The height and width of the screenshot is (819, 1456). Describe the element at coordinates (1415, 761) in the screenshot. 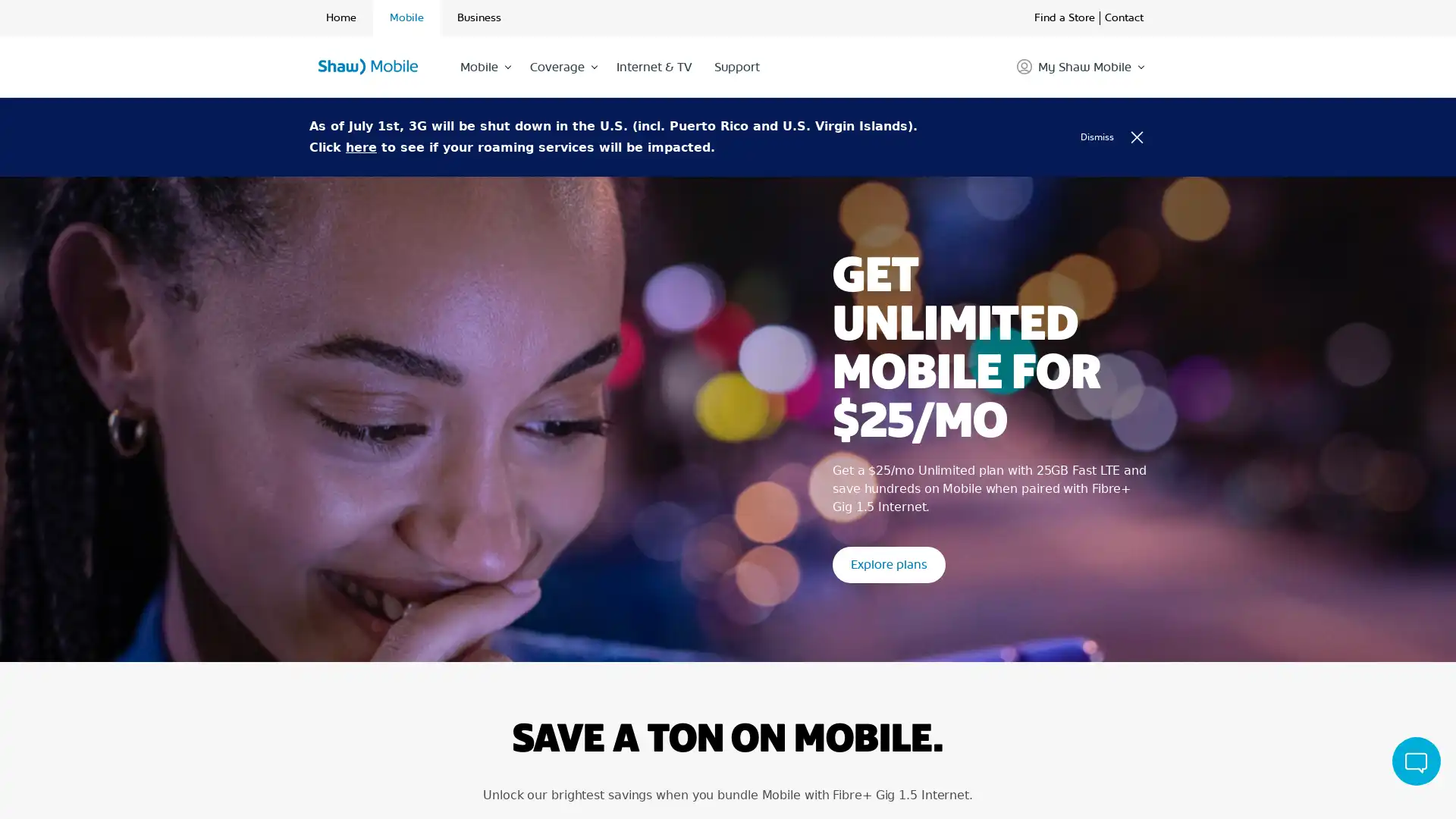

I see `Open Live Chat` at that location.